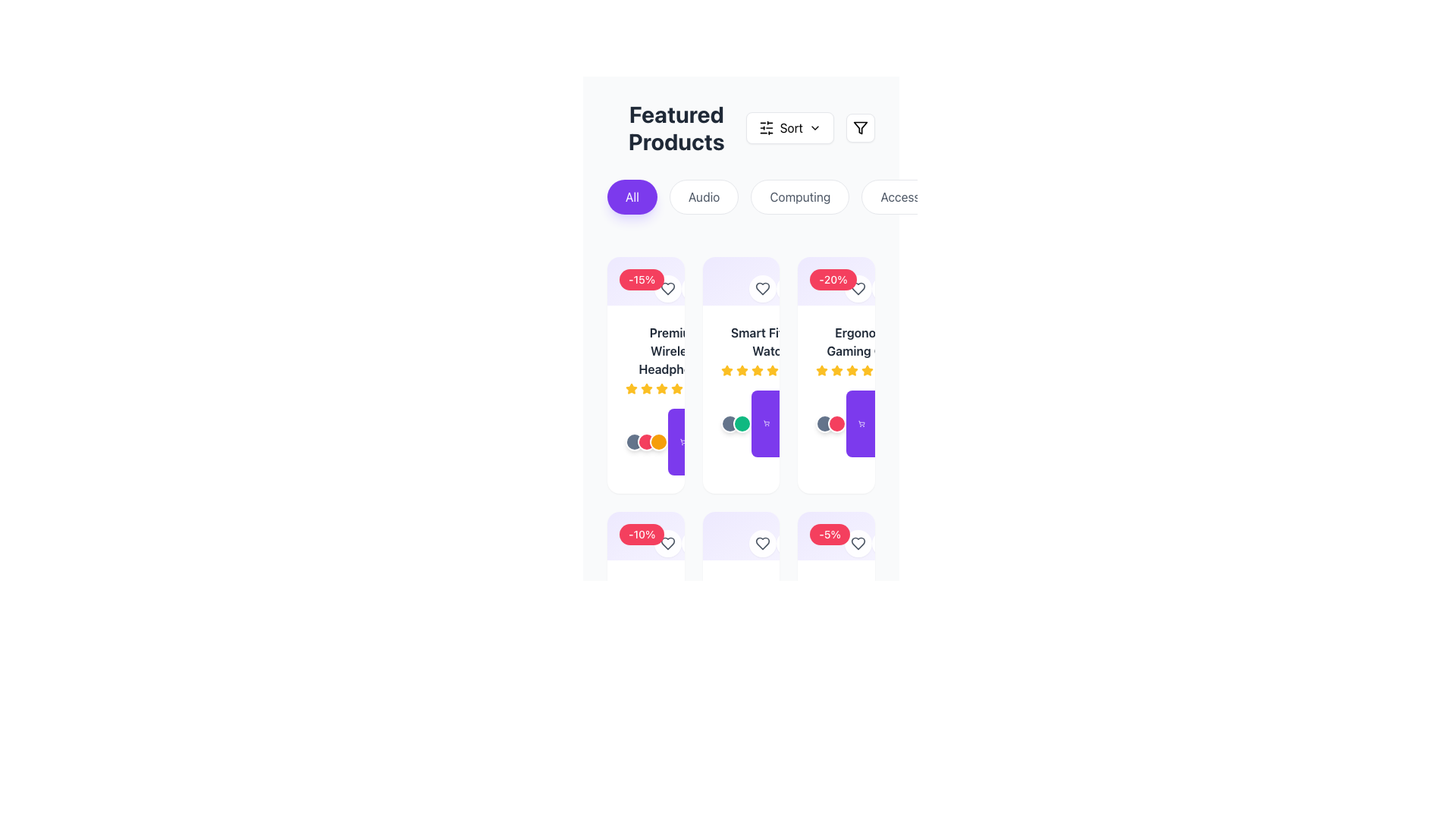 This screenshot has width=1456, height=819. What do you see at coordinates (789, 127) in the screenshot?
I see `the 'Sort' button with dropdown functionality` at bounding box center [789, 127].